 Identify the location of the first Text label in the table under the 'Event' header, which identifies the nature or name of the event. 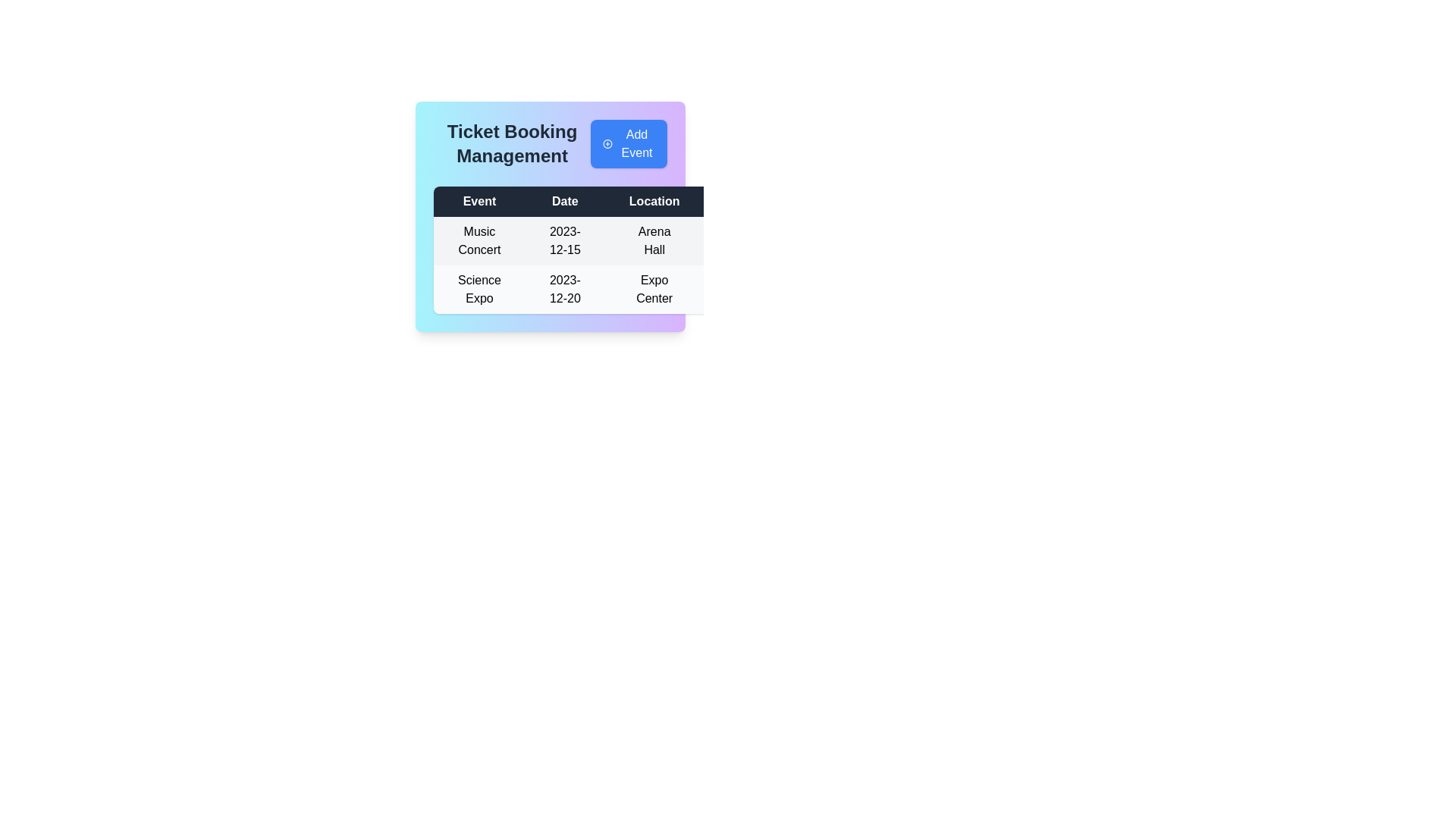
(479, 240).